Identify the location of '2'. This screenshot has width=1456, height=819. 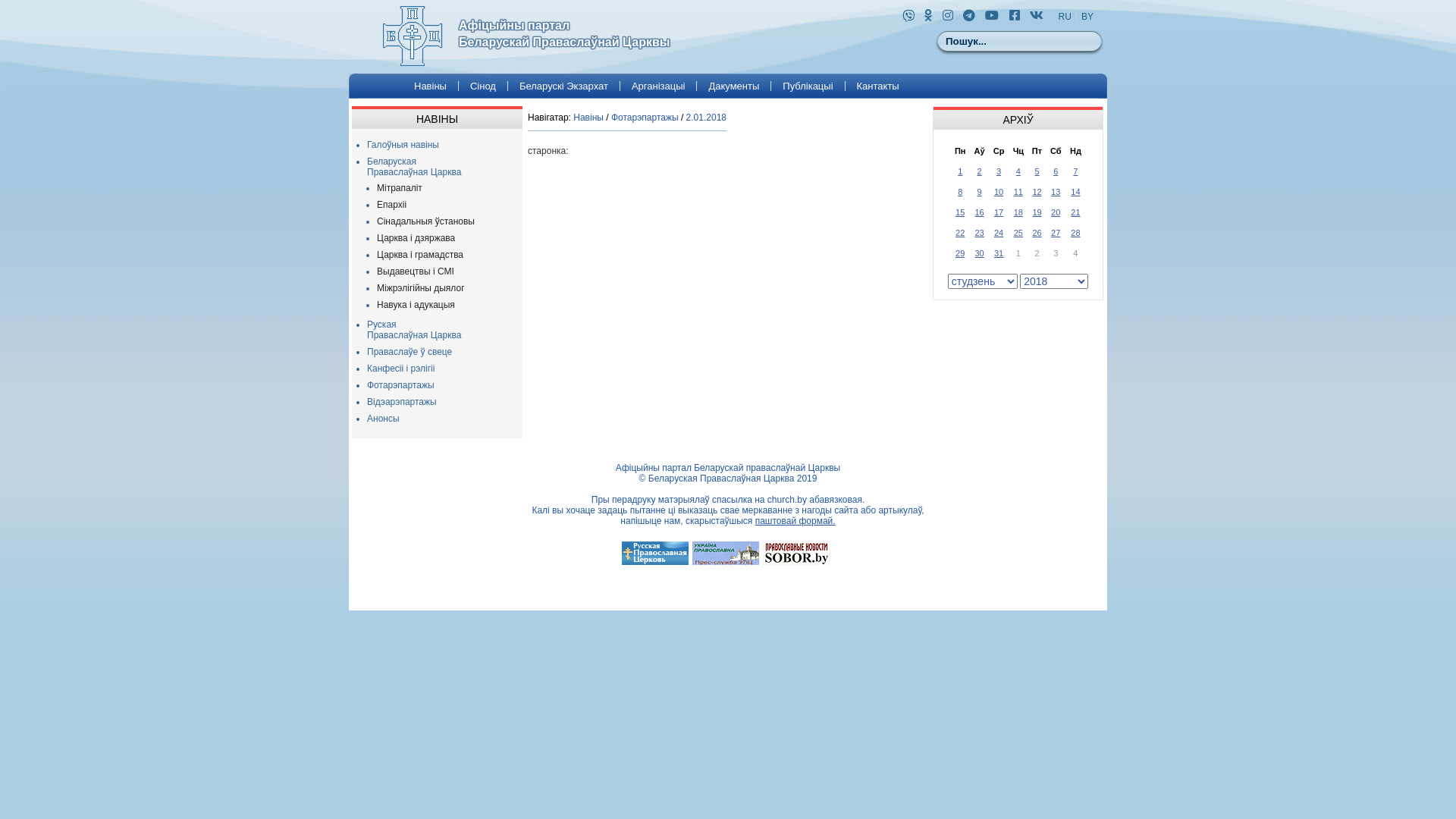
(979, 171).